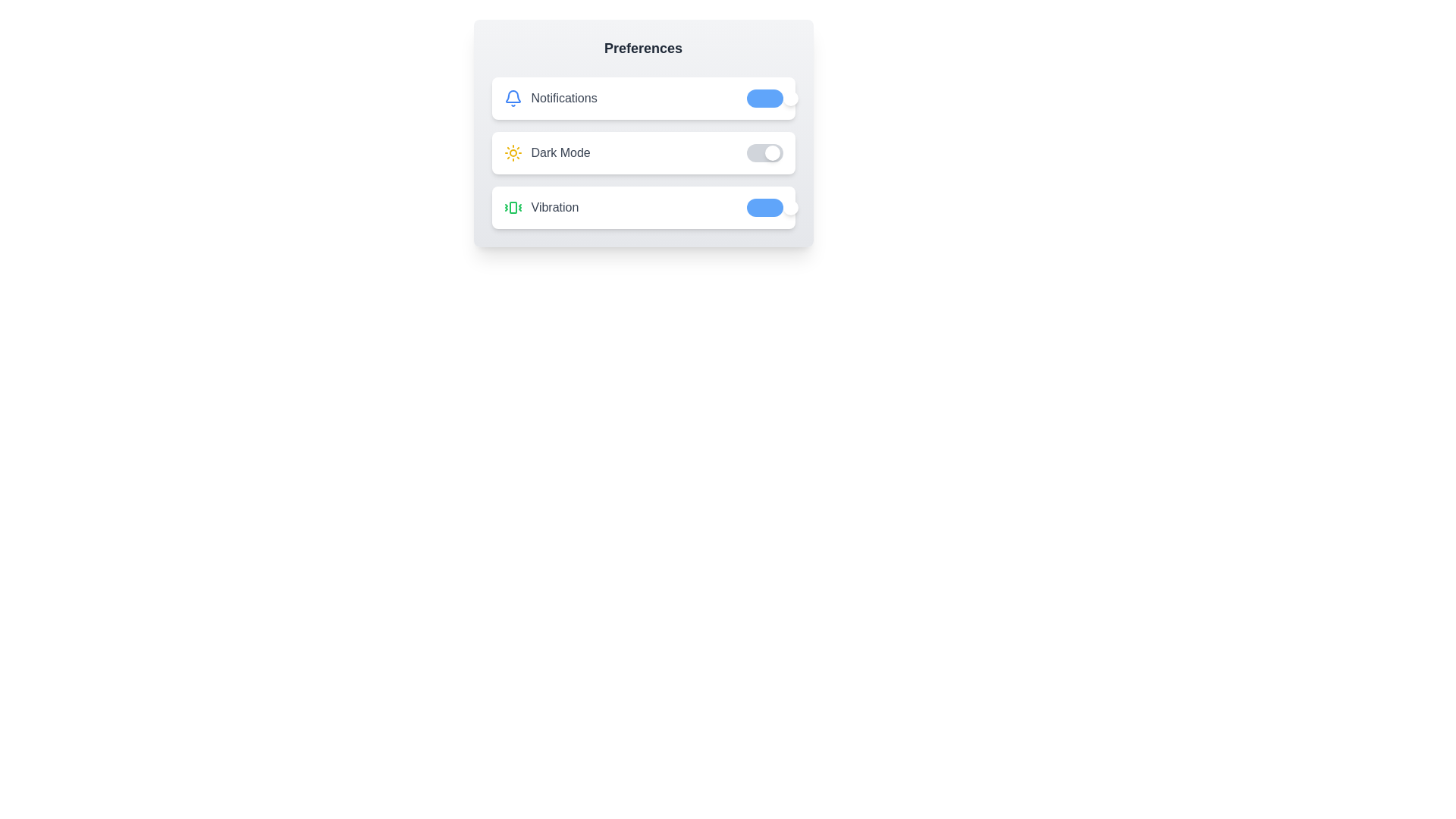 This screenshot has height=819, width=1456. I want to click on the 'Vibration' text with icon label element, which features a green vibrating phone icon and is part of the 'Preferences' settings group, so click(541, 207).